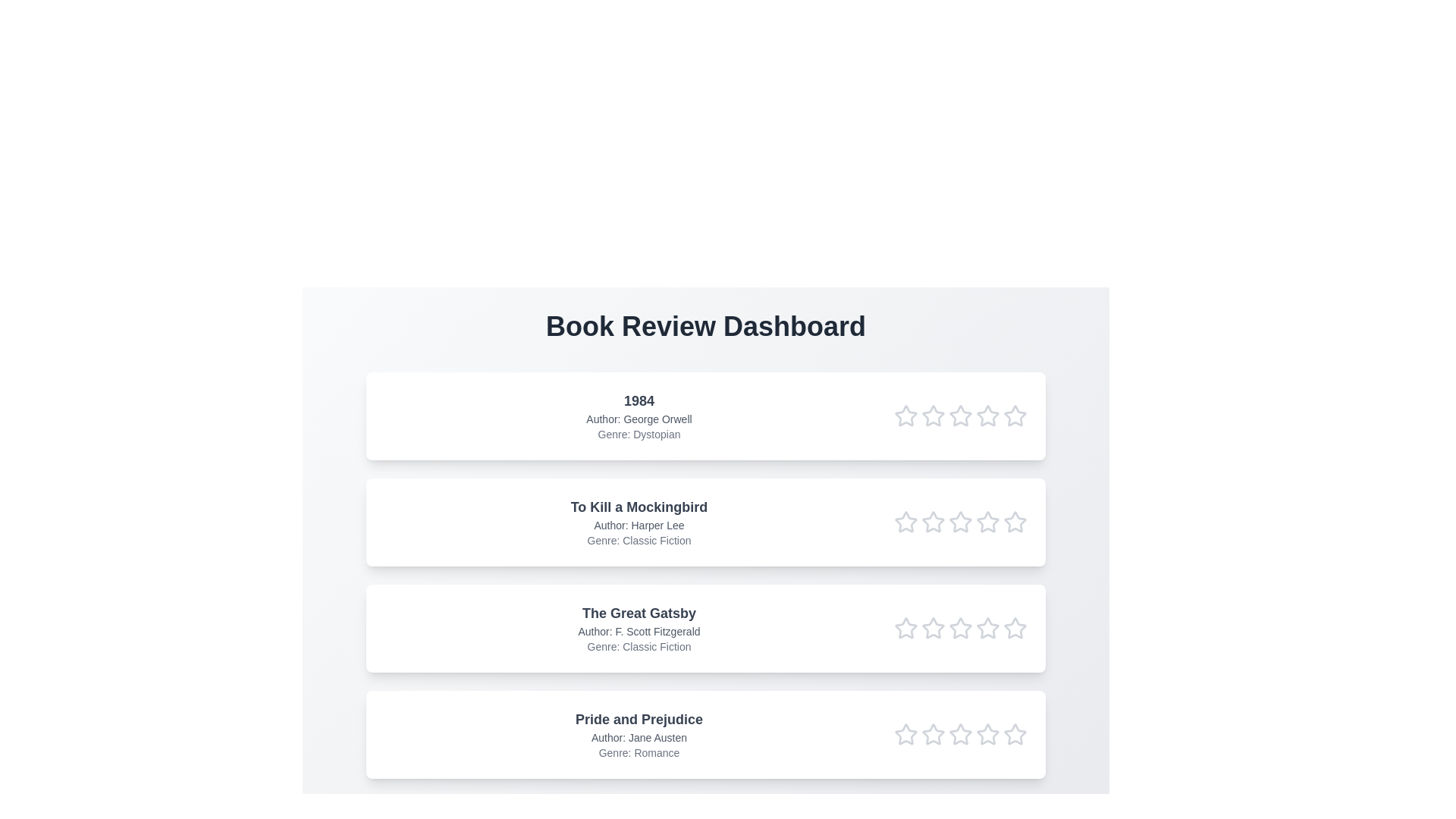 Image resolution: width=1456 pixels, height=819 pixels. I want to click on the star corresponding to 2 in the rating row of the book titled Pride and Prejudice, so click(932, 733).